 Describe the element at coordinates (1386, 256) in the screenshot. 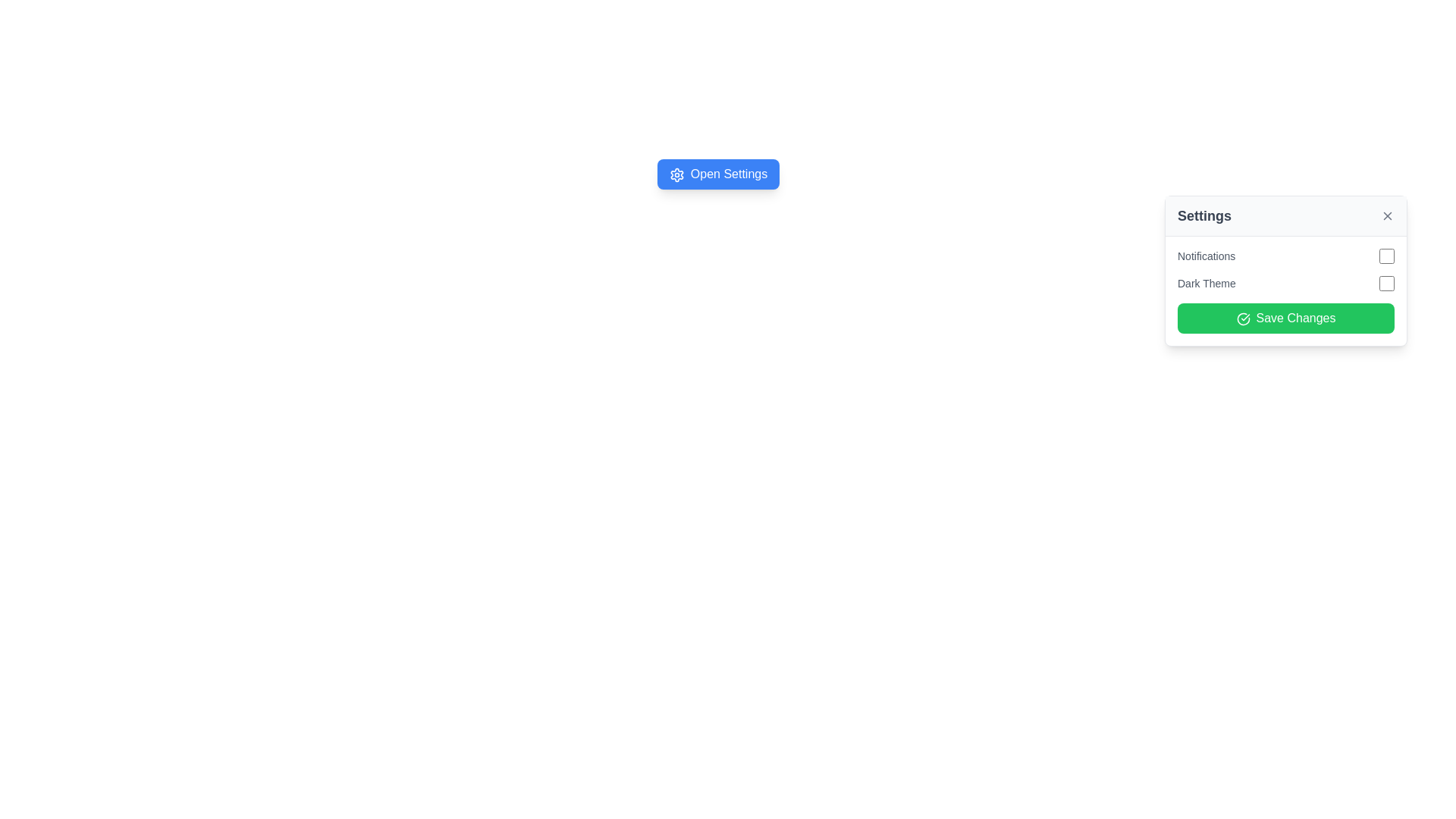

I see `the checkbox located within the settings card interface, to the right of the 'Notifications' text label` at that location.